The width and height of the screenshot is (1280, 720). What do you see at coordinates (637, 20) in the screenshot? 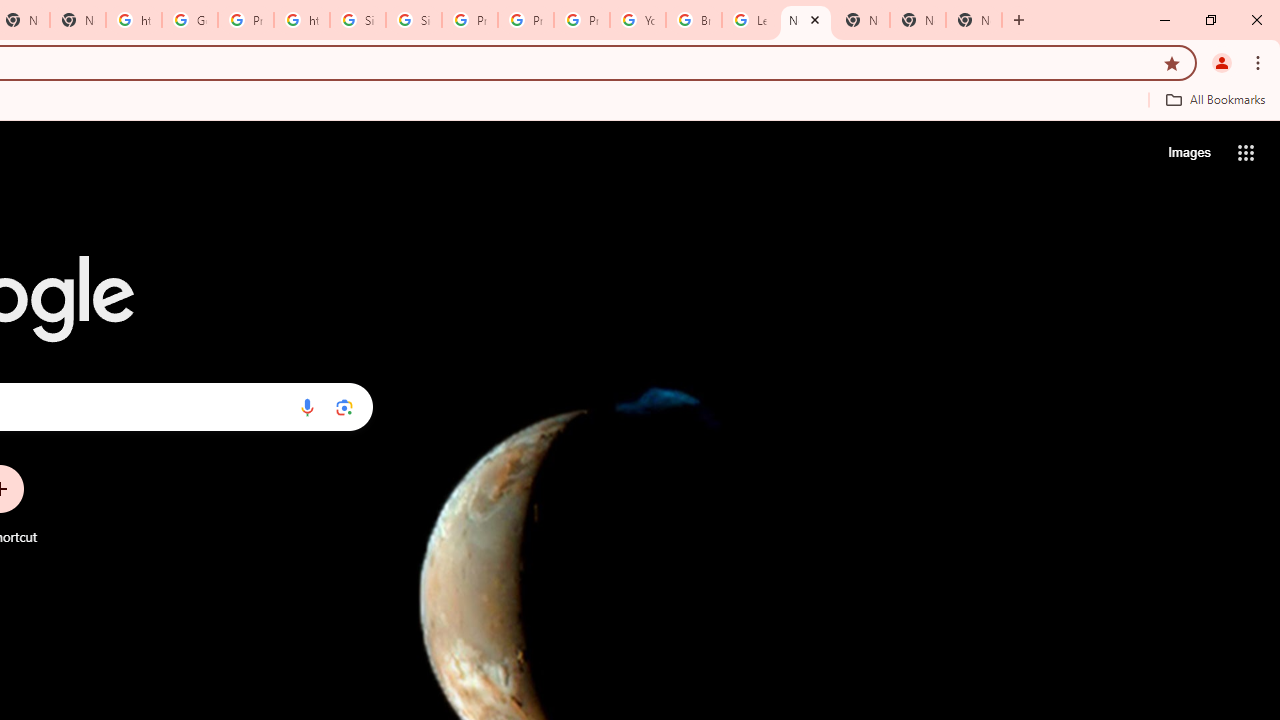
I see `'YouTube'` at bounding box center [637, 20].